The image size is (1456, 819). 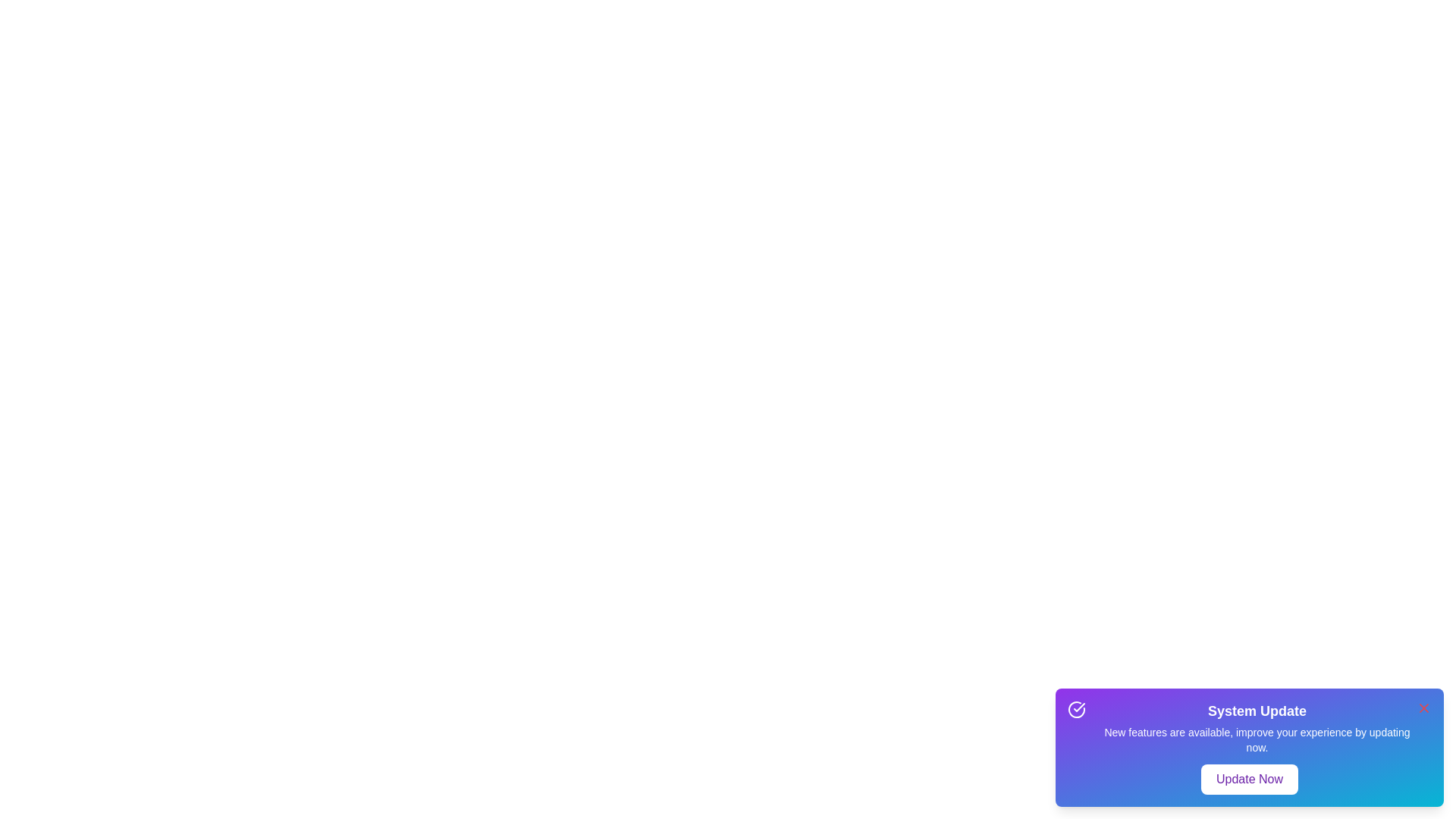 I want to click on the 'Update Now' button to proceed with the update, so click(x=1249, y=780).